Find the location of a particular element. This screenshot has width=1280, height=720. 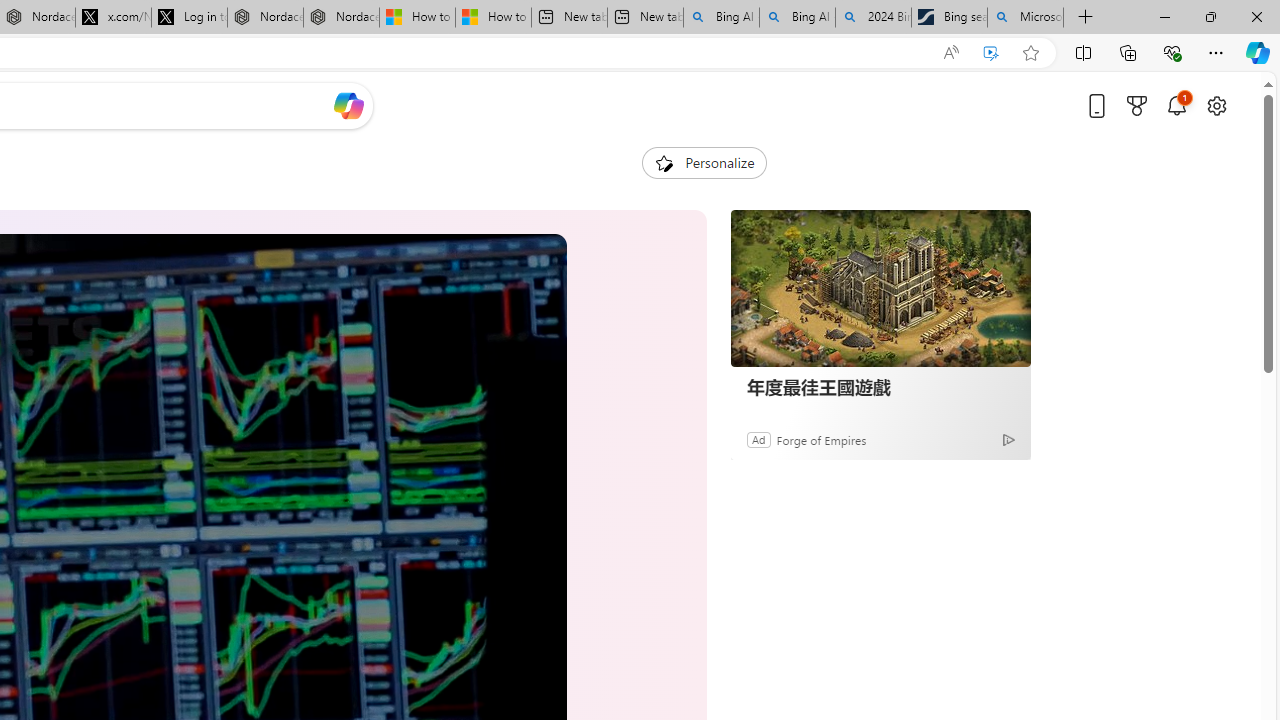

'Microsoft Bing Timeline - Search' is located at coordinates (1025, 17).